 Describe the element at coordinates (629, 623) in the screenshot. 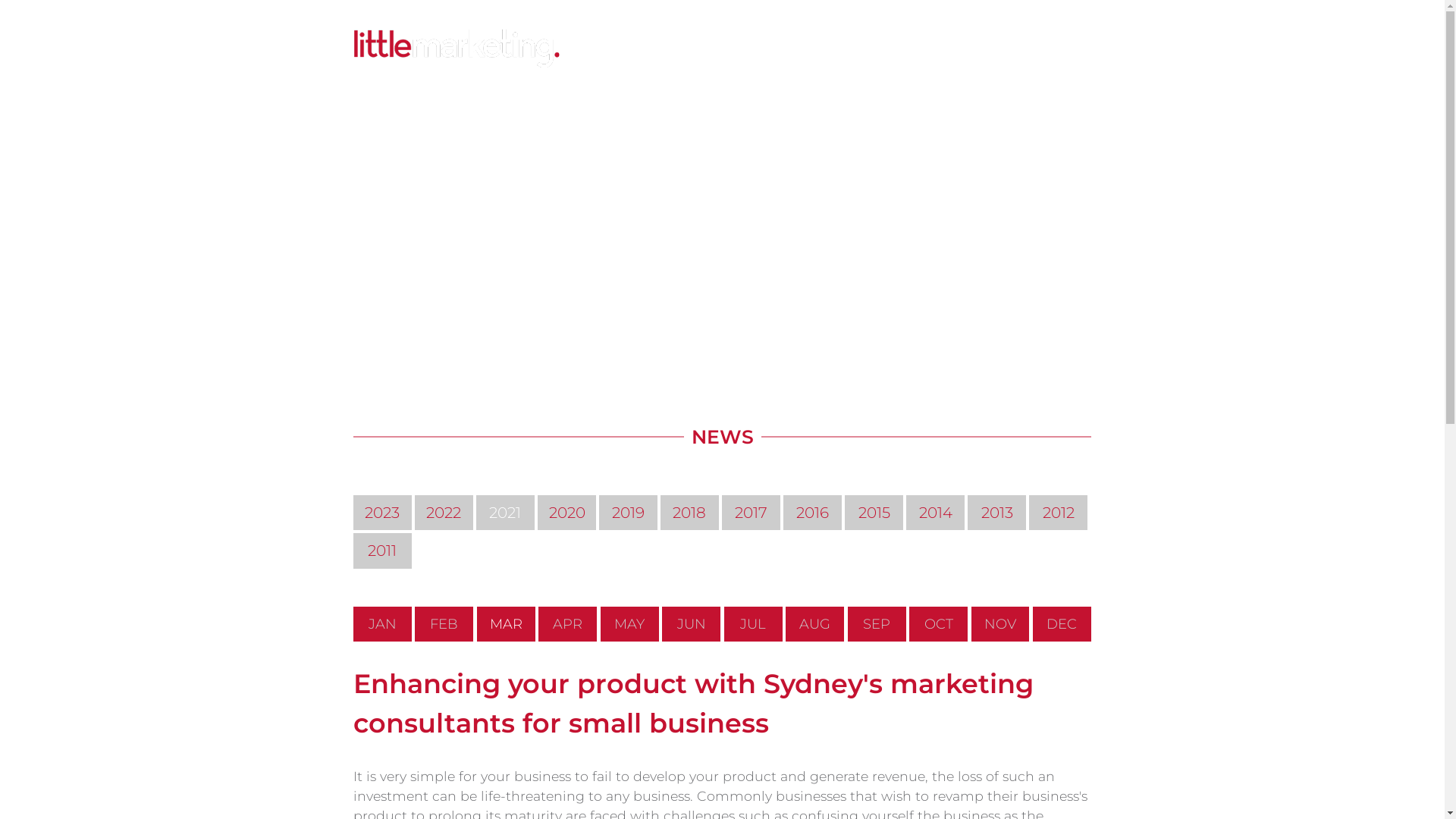

I see `'MAY'` at that location.